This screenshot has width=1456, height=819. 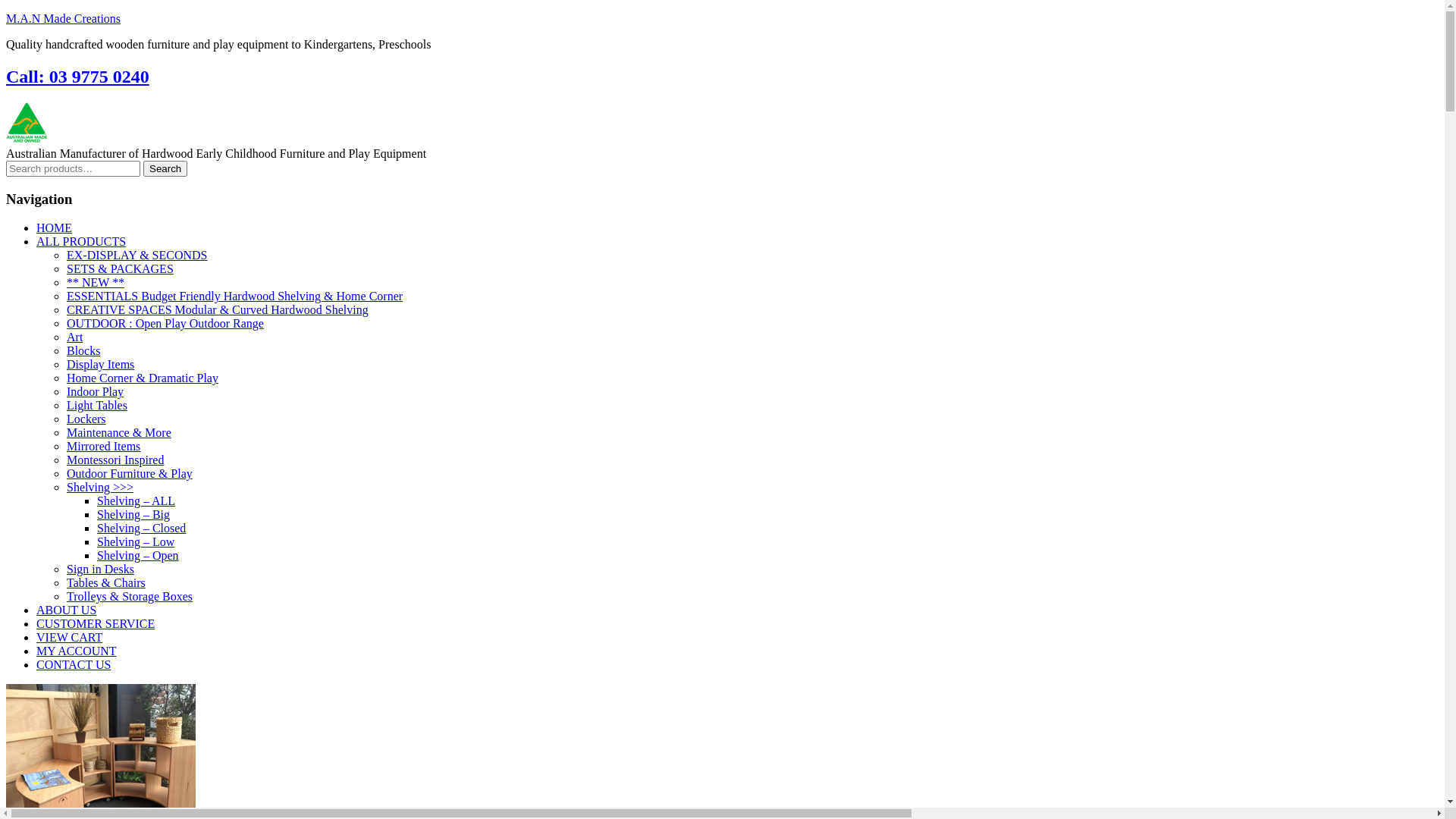 I want to click on 'Trolleys & Storage Boxes', so click(x=130, y=595).